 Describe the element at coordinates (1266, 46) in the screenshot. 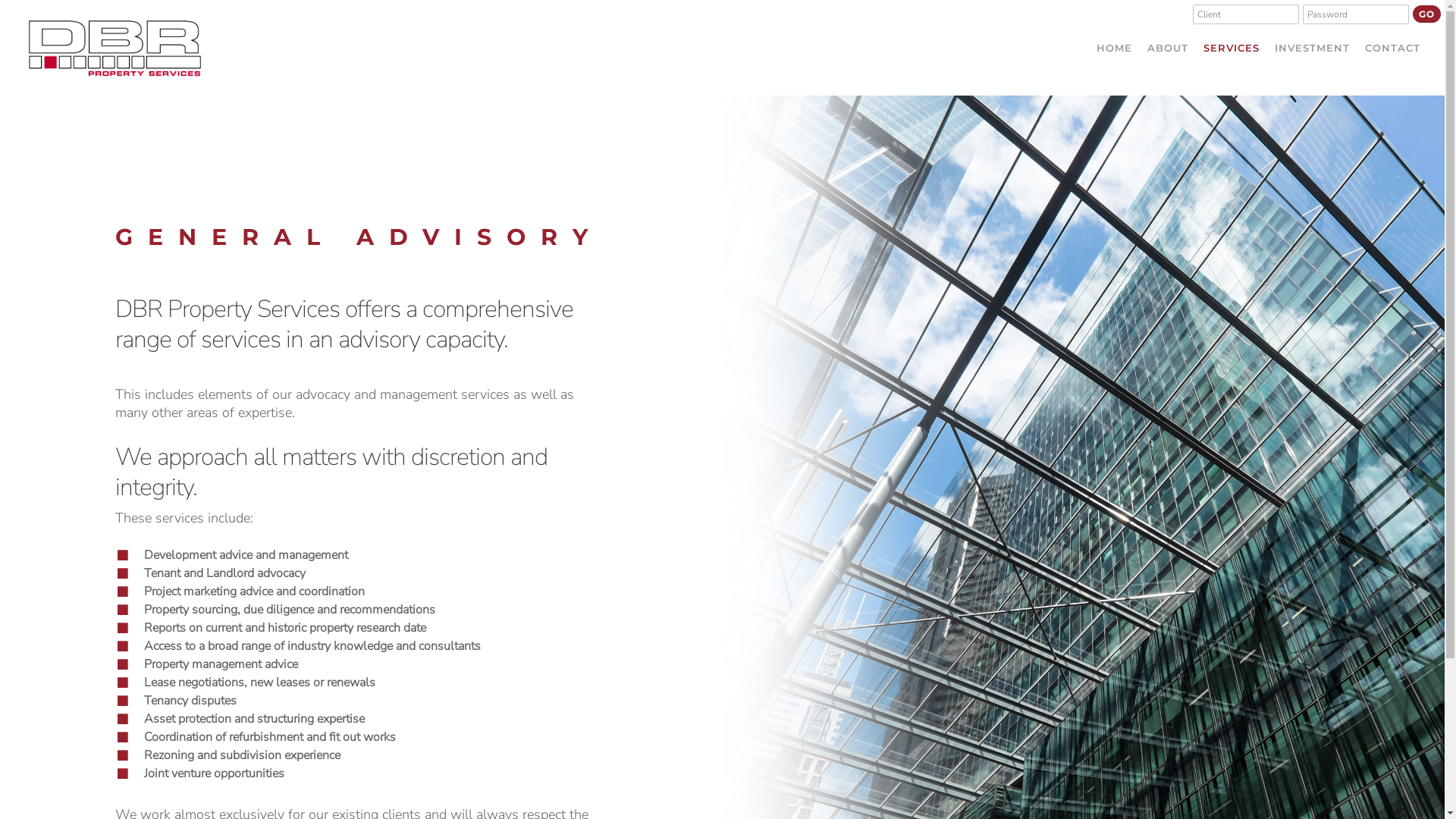

I see `'INVESTMENT'` at that location.